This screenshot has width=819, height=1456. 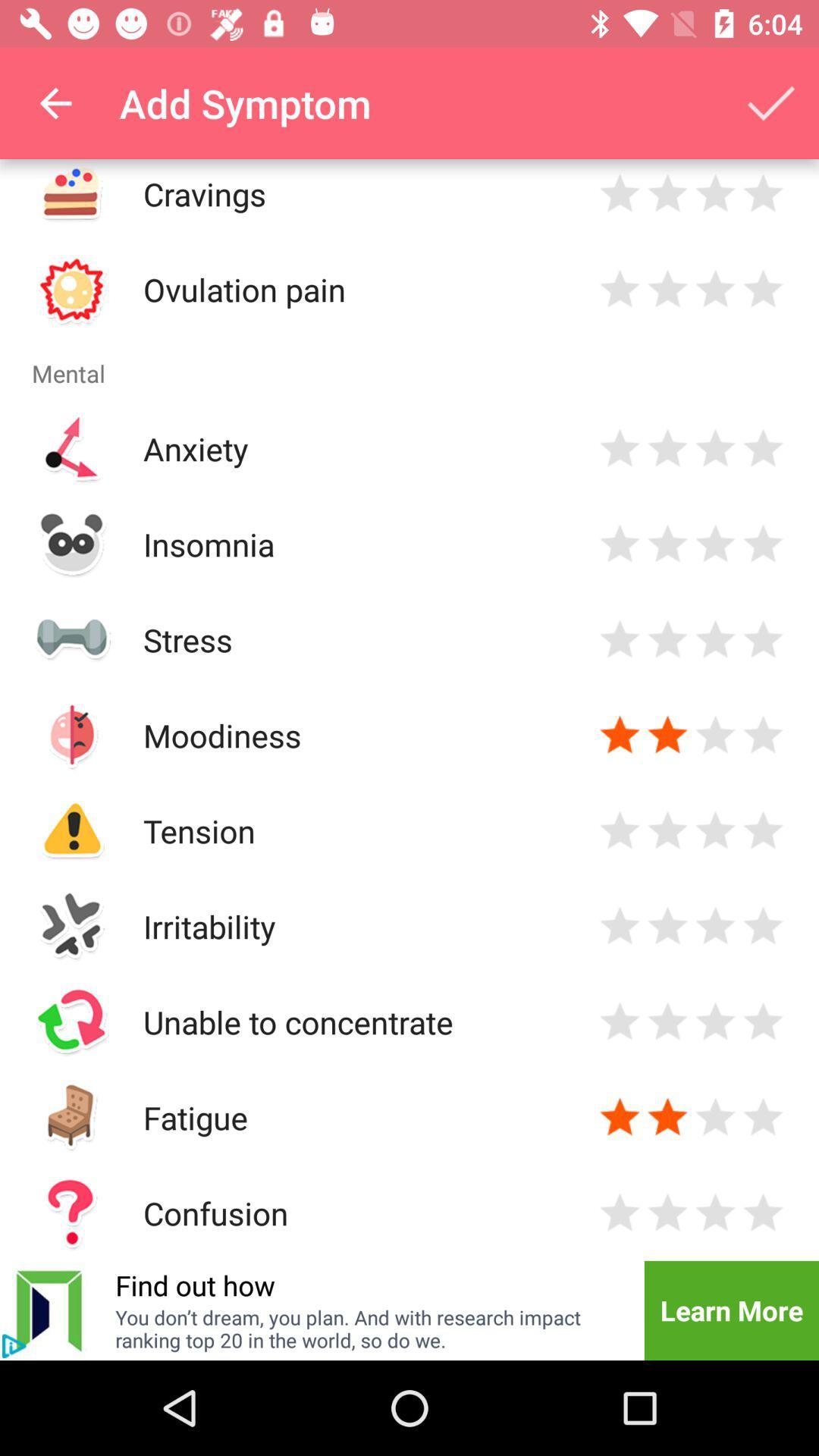 I want to click on rate the amount of the symptom, so click(x=667, y=830).